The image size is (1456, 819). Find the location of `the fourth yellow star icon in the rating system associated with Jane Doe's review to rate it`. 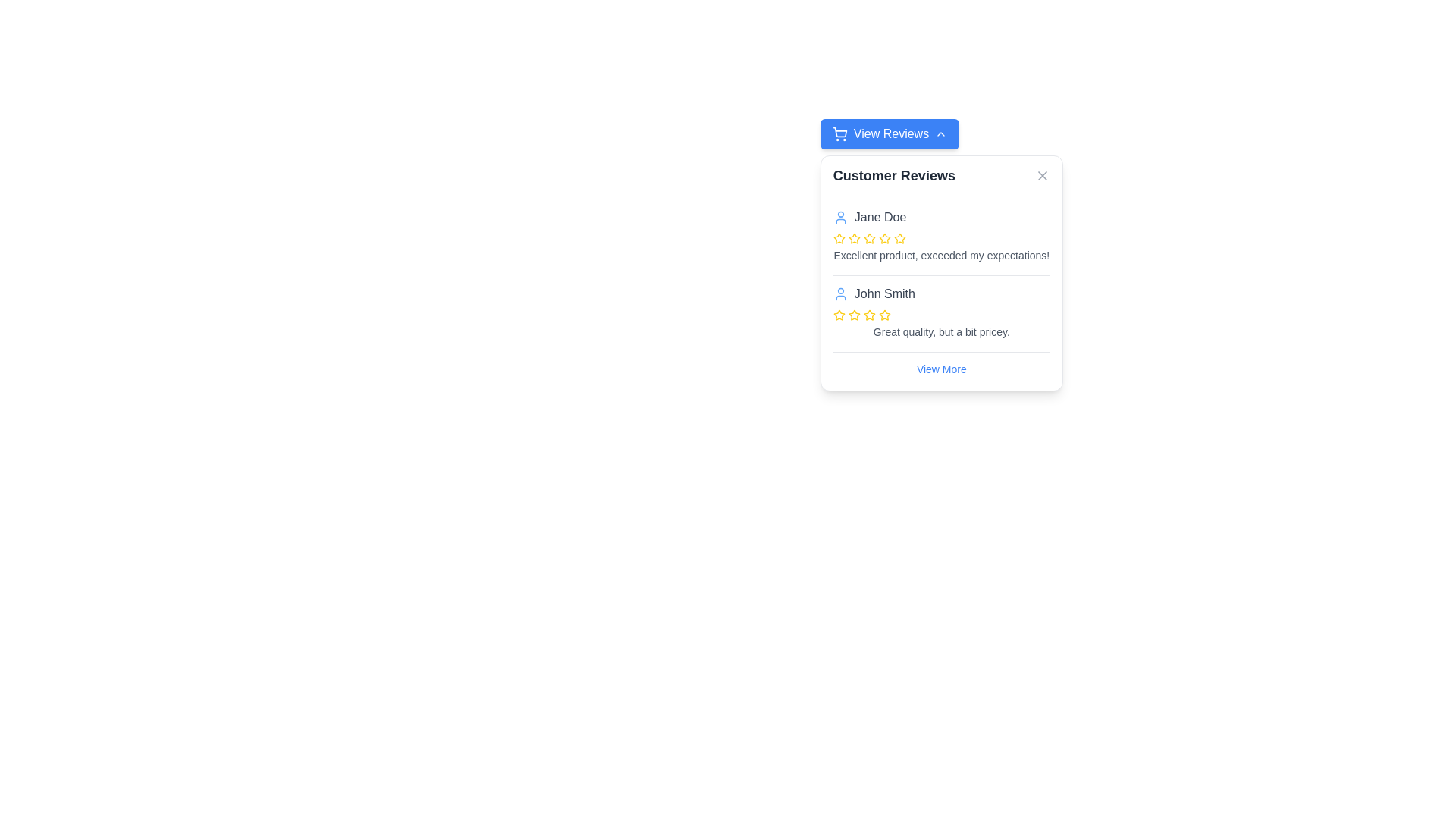

the fourth yellow star icon in the rating system associated with Jane Doe's review to rate it is located at coordinates (899, 238).